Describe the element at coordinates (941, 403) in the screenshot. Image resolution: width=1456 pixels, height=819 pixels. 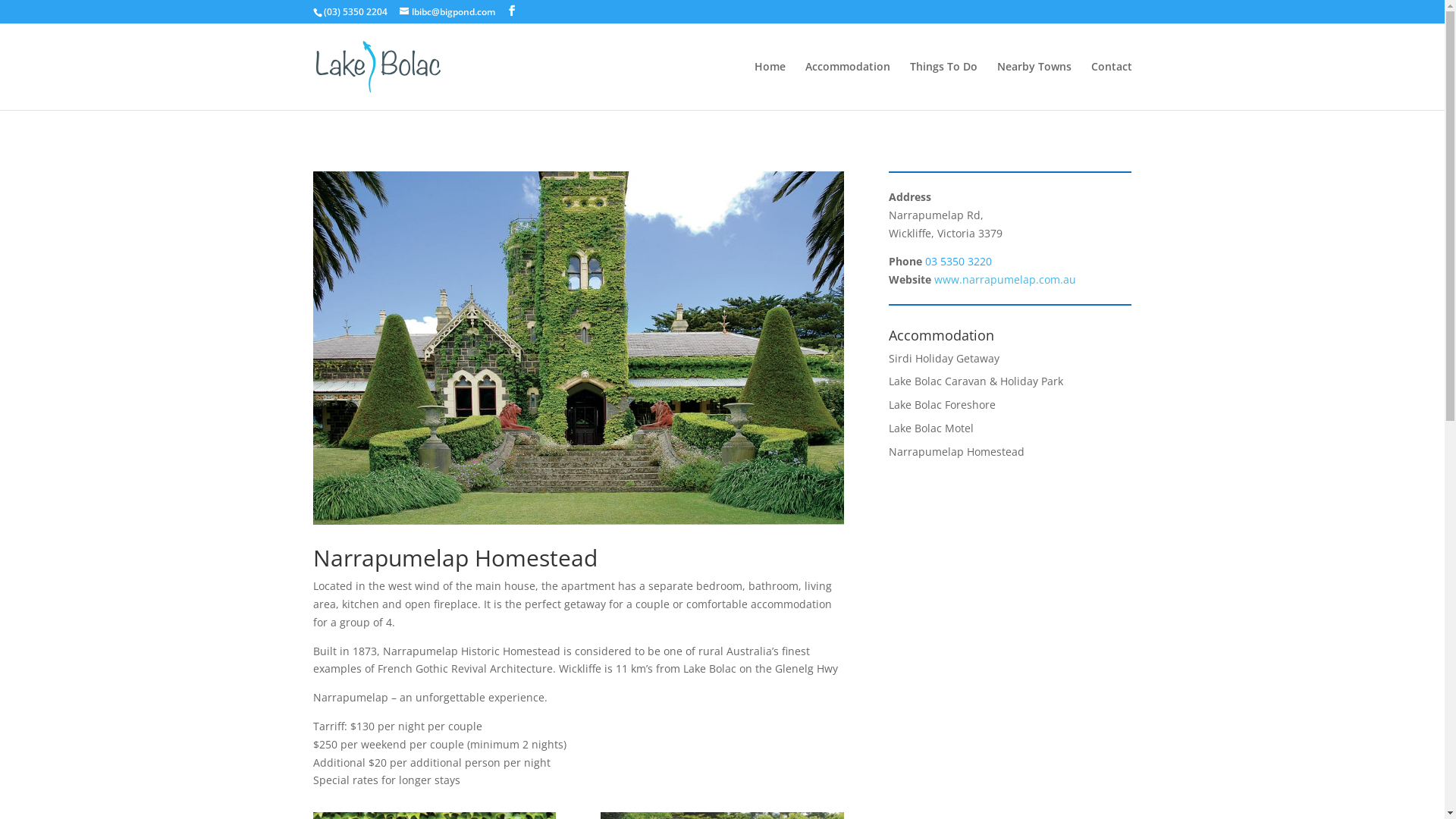
I see `'Lake Bolac Foreshore'` at that location.